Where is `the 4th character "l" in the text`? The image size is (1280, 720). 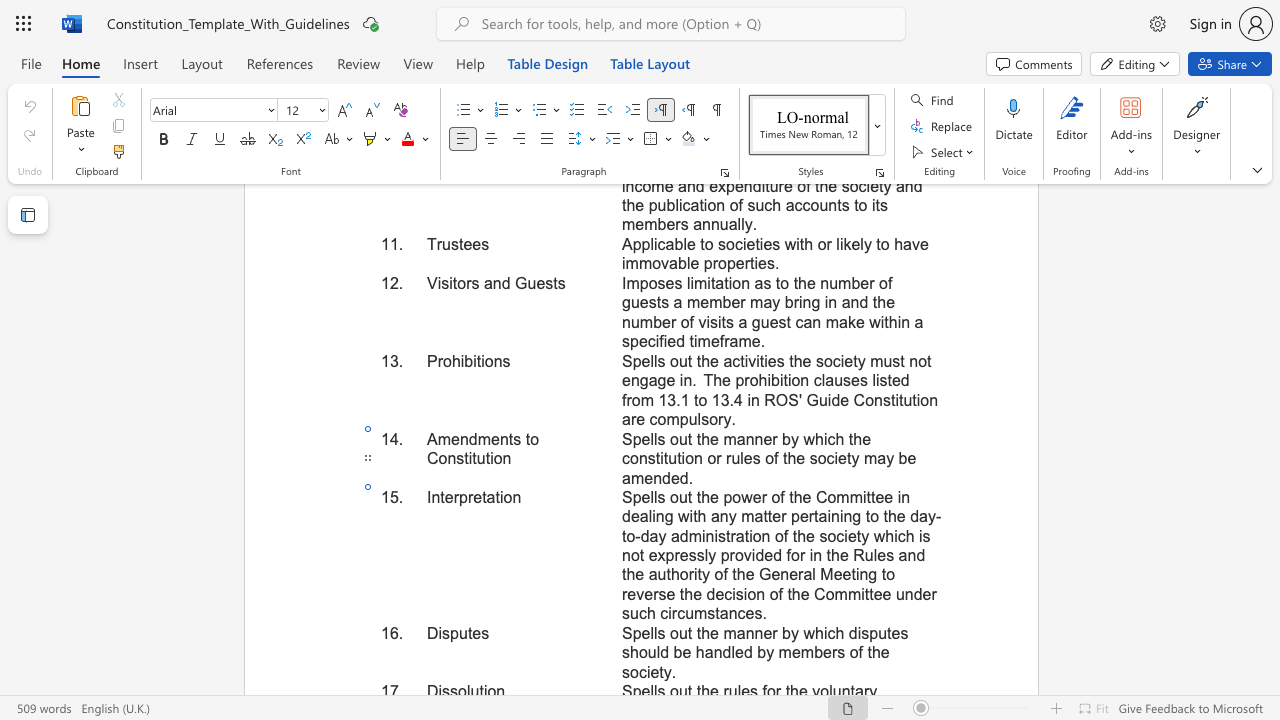
the 4th character "l" in the text is located at coordinates (706, 555).